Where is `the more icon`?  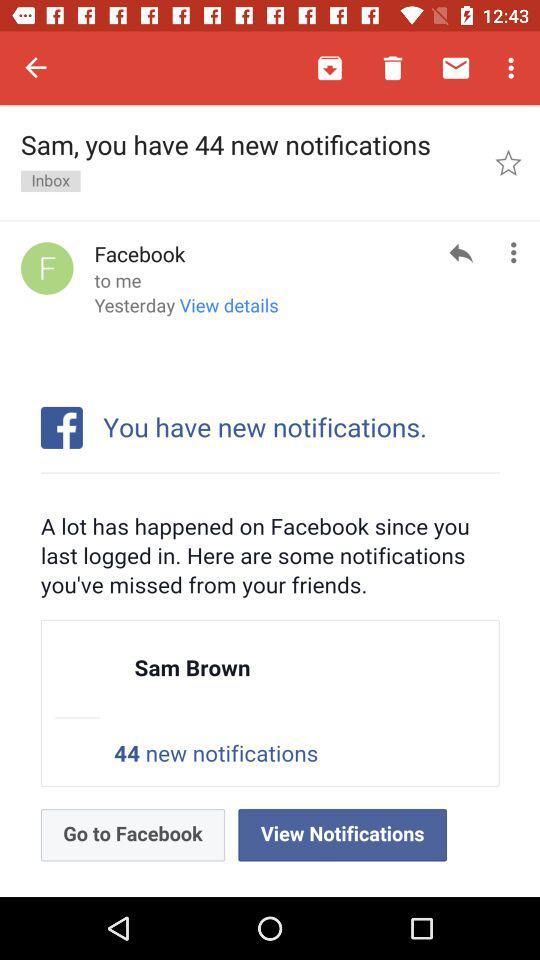
the more icon is located at coordinates (516, 251).